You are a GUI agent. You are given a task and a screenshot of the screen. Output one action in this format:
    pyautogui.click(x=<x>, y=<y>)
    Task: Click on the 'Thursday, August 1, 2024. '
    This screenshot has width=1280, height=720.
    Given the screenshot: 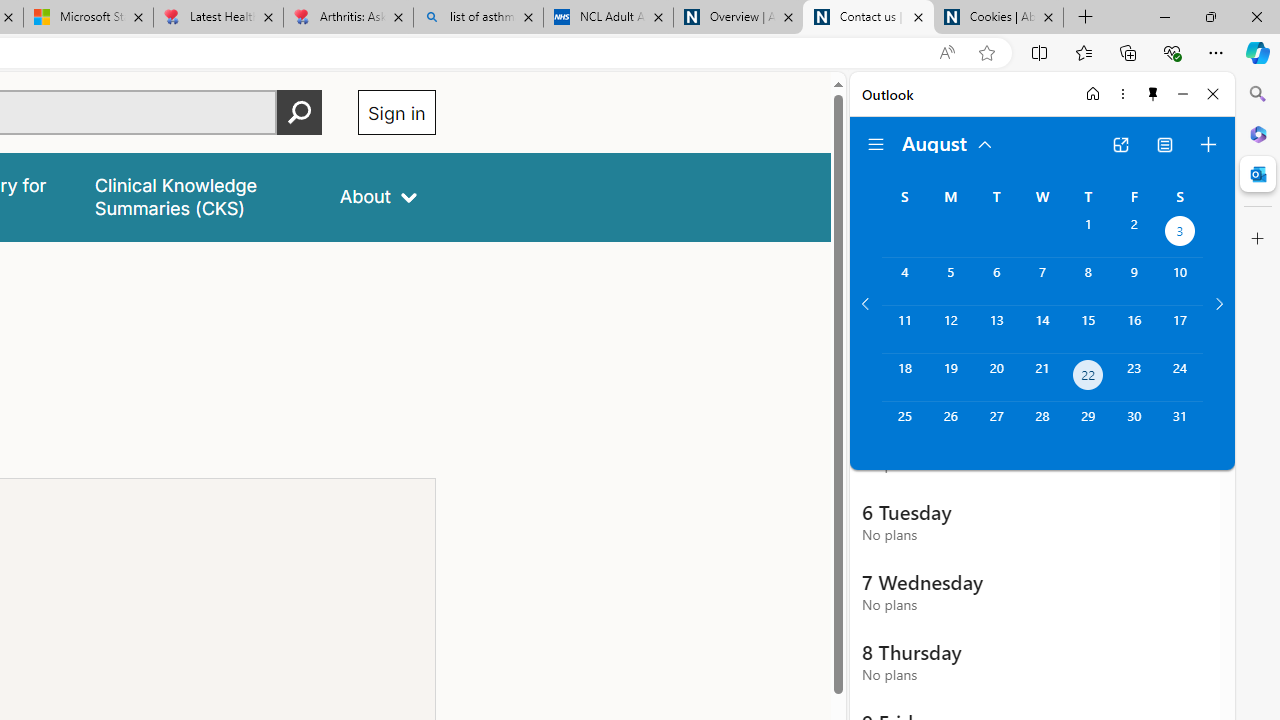 What is the action you would take?
    pyautogui.click(x=1087, y=232)
    